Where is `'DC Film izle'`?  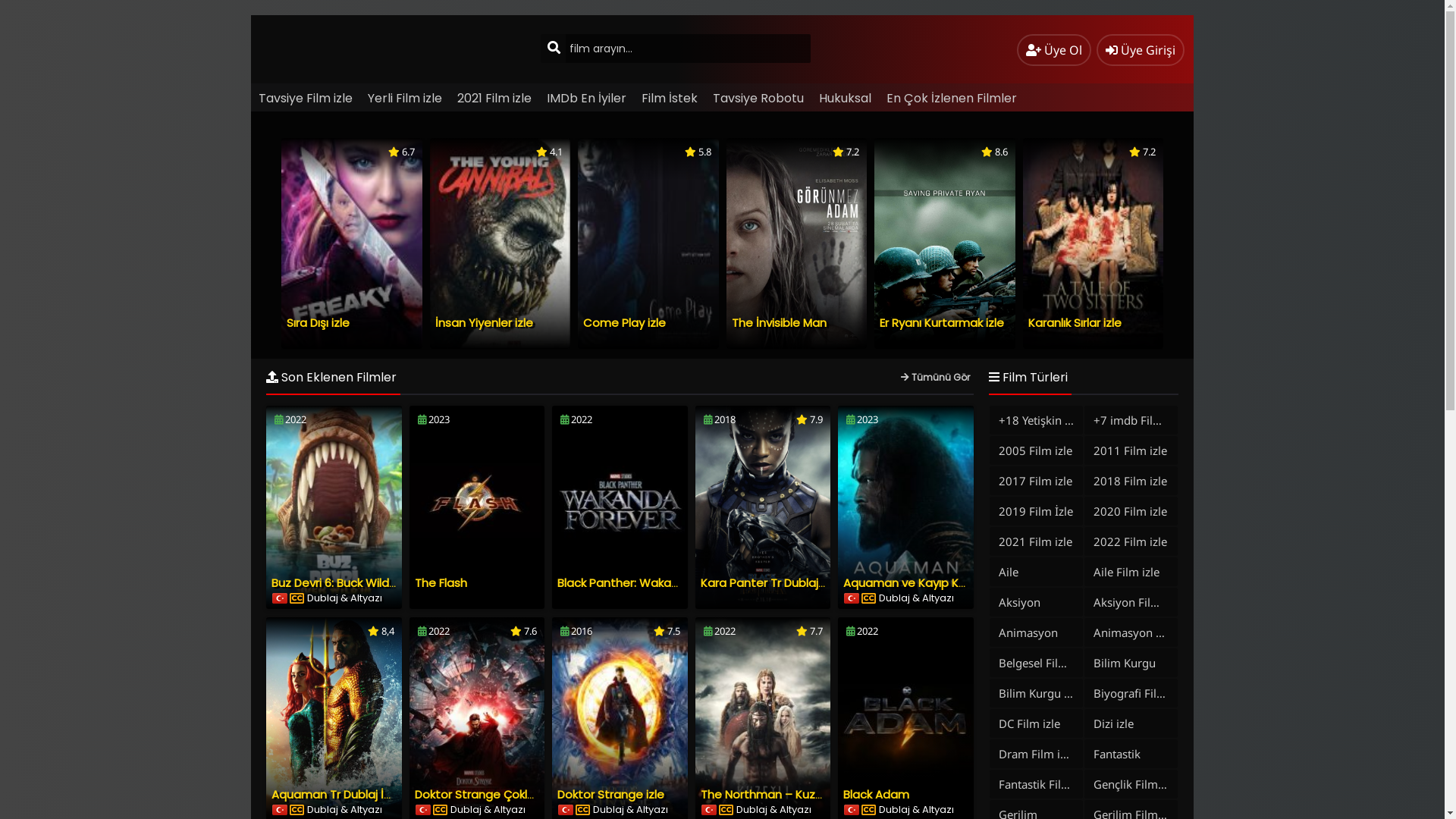
'DC Film izle' is located at coordinates (990, 722).